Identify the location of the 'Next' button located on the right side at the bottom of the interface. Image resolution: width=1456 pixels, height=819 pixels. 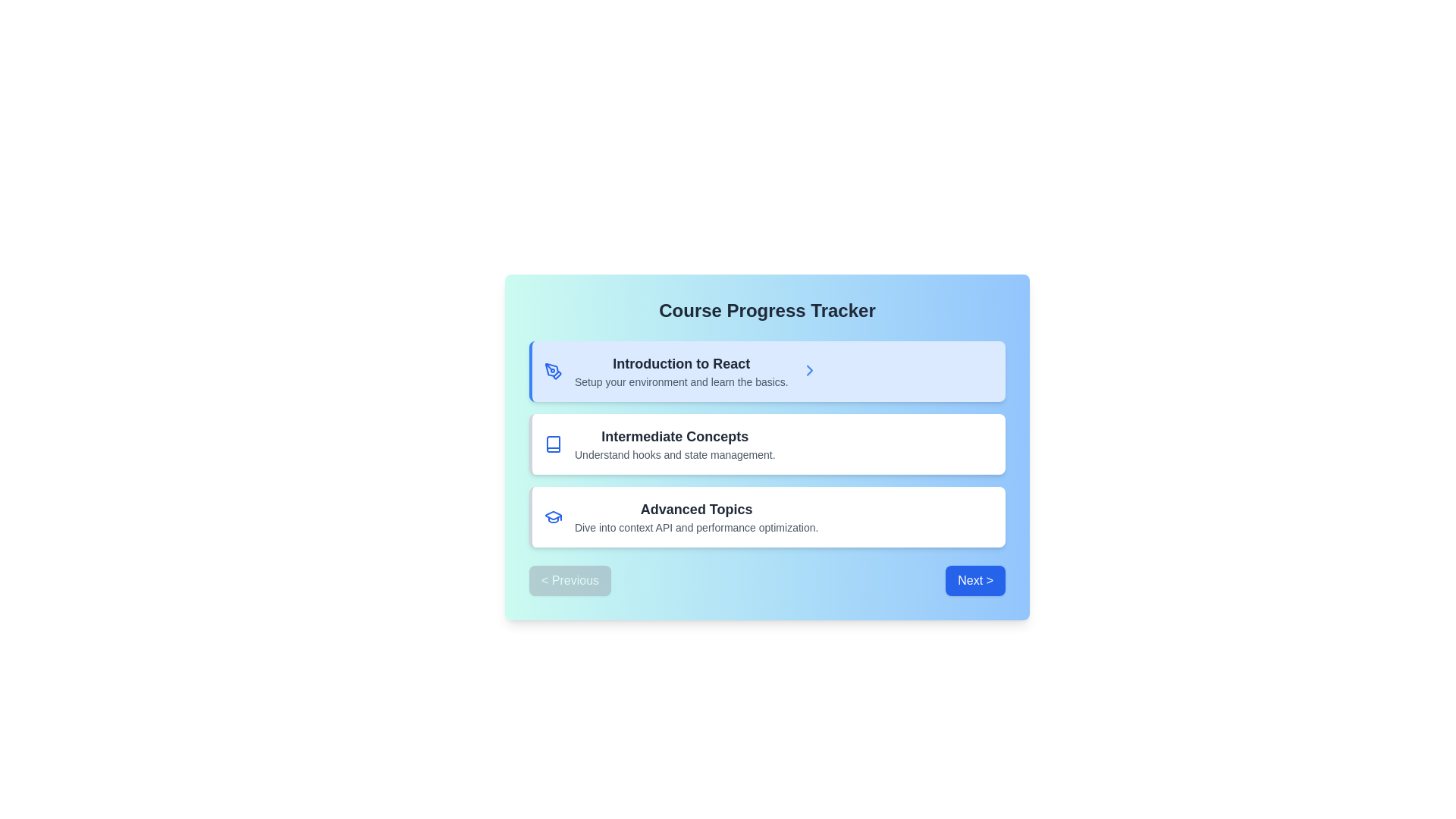
(975, 580).